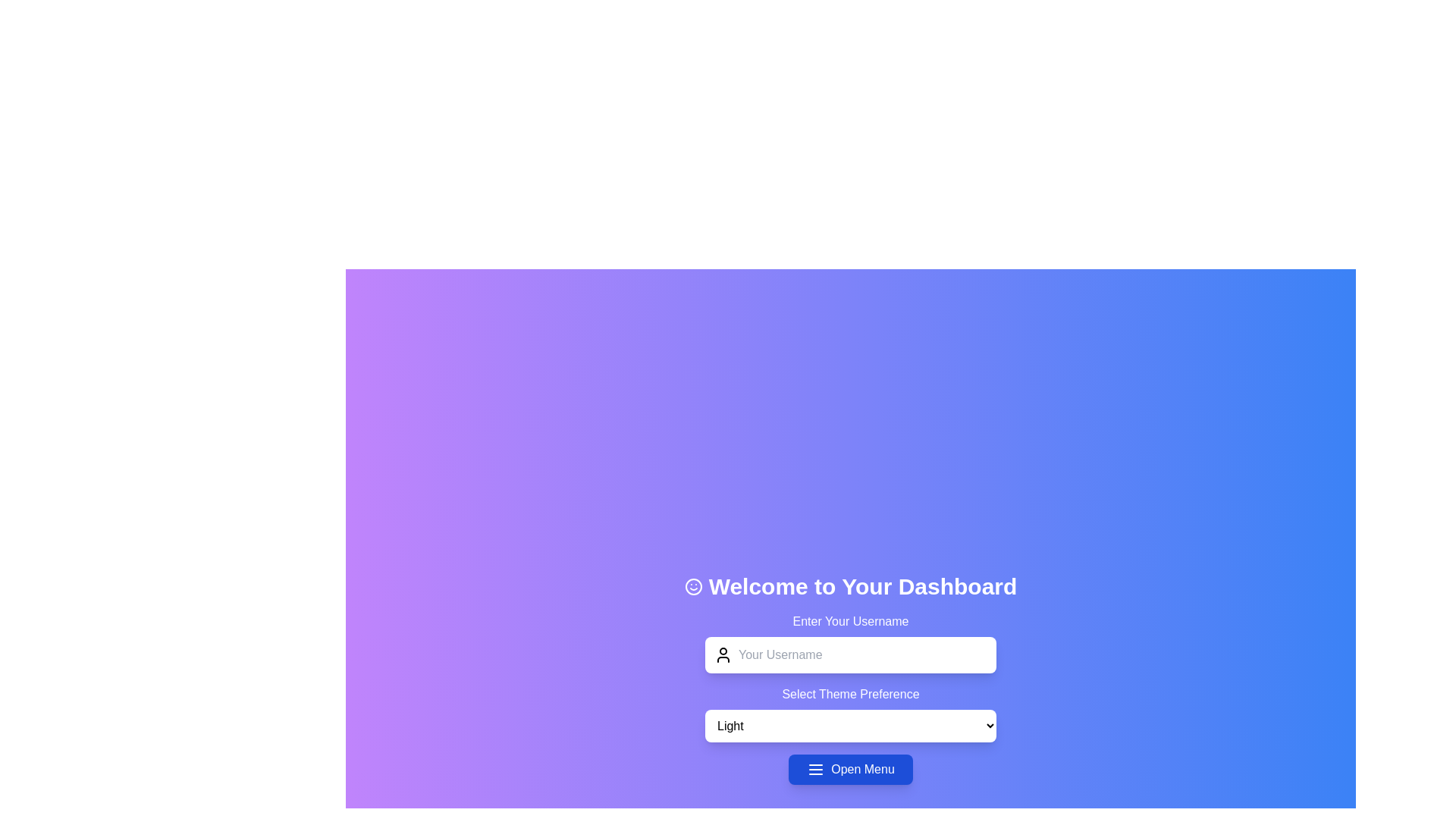  What do you see at coordinates (723, 654) in the screenshot?
I see `the user icon, which is a circular head and rectangular torso outline styled with a black stroke line on a white background, located to the left of the 'Your Username' text input field` at bounding box center [723, 654].